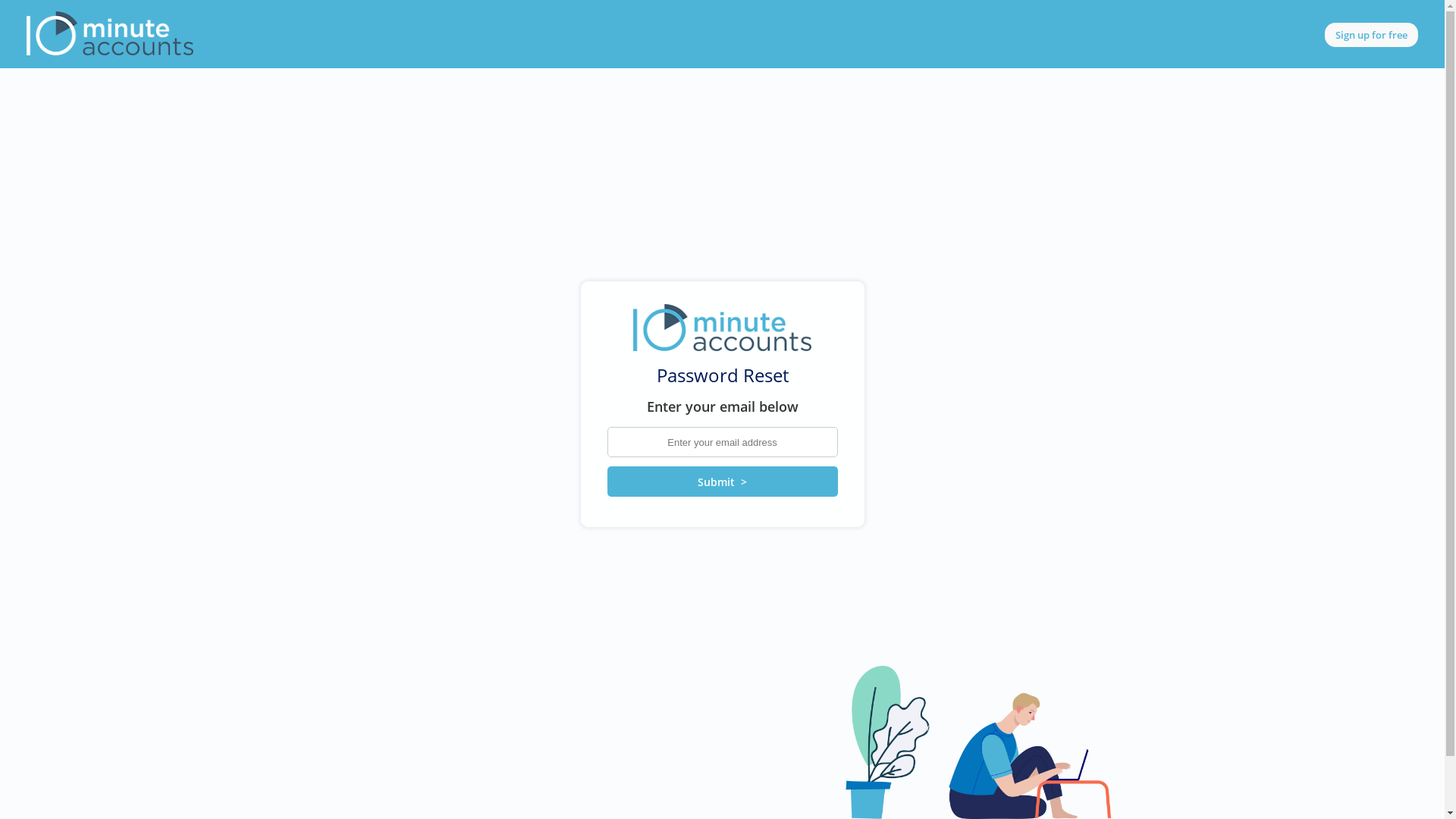 The height and width of the screenshot is (819, 1456). What do you see at coordinates (1371, 34) in the screenshot?
I see `'Sign up for free'` at bounding box center [1371, 34].